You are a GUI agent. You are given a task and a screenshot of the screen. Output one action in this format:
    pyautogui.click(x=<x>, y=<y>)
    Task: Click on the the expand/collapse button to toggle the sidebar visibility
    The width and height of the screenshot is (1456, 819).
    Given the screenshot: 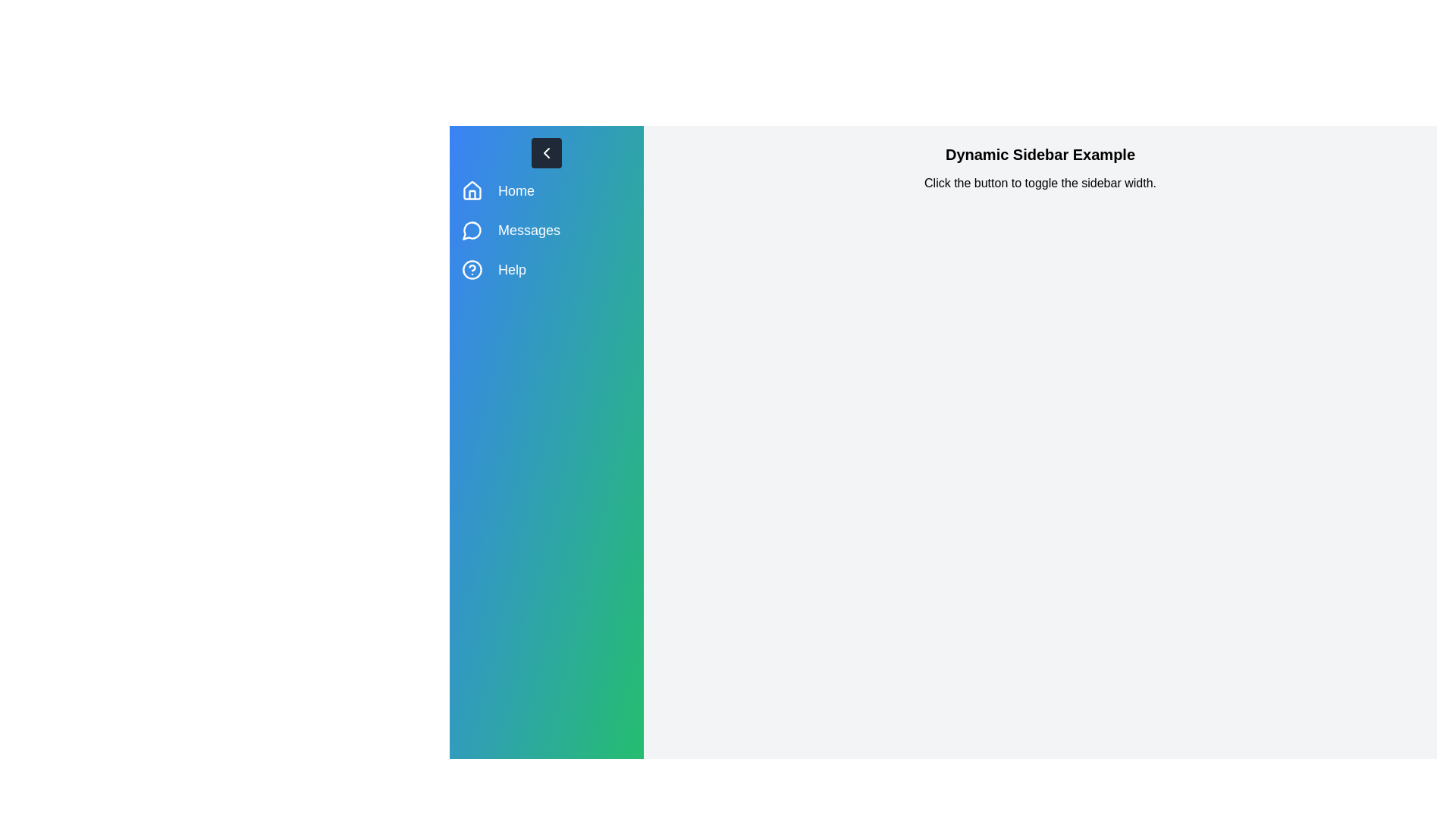 What is the action you would take?
    pyautogui.click(x=546, y=152)
    